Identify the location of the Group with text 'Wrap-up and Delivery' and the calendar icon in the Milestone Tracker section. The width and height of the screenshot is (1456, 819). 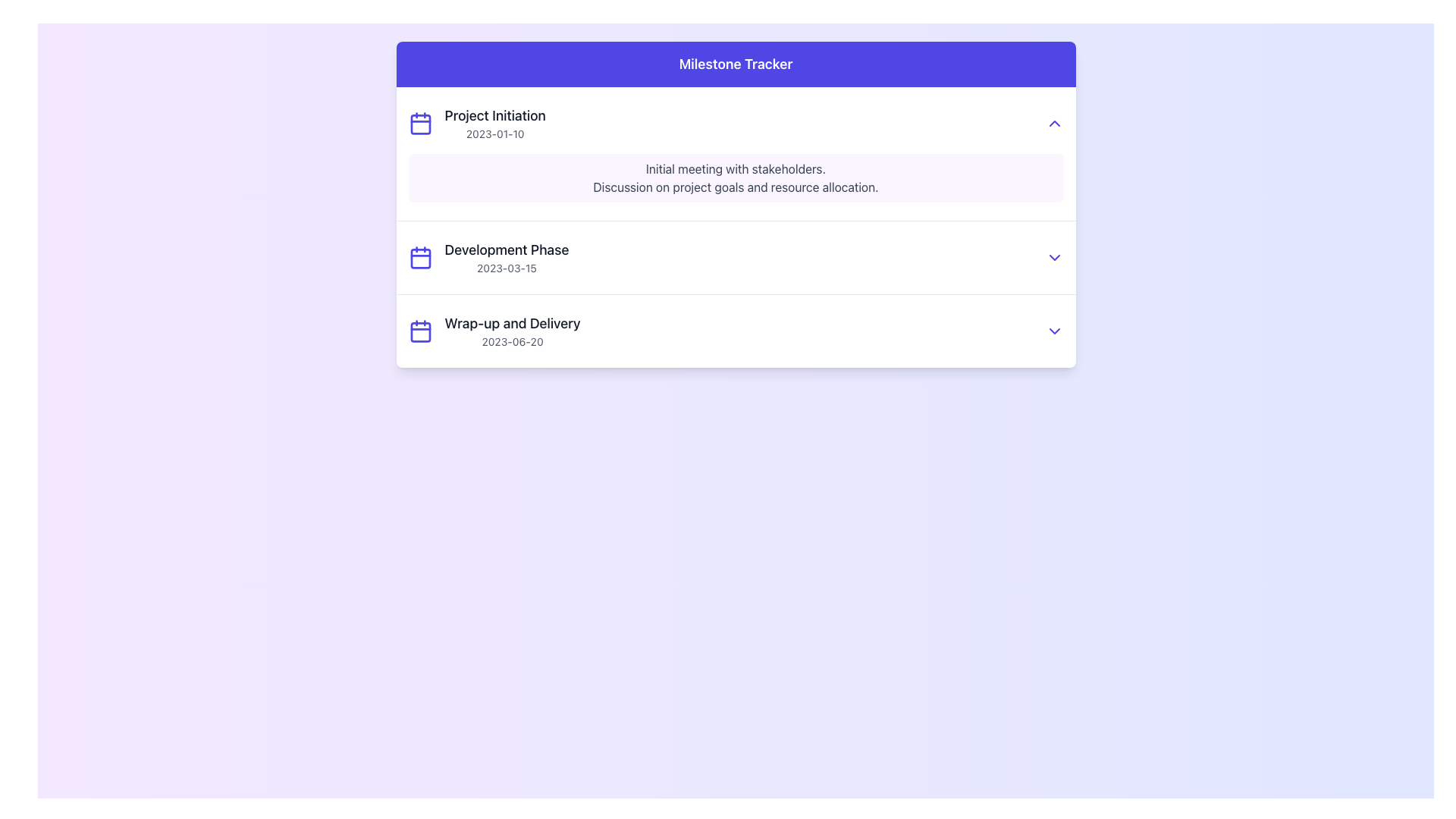
(494, 330).